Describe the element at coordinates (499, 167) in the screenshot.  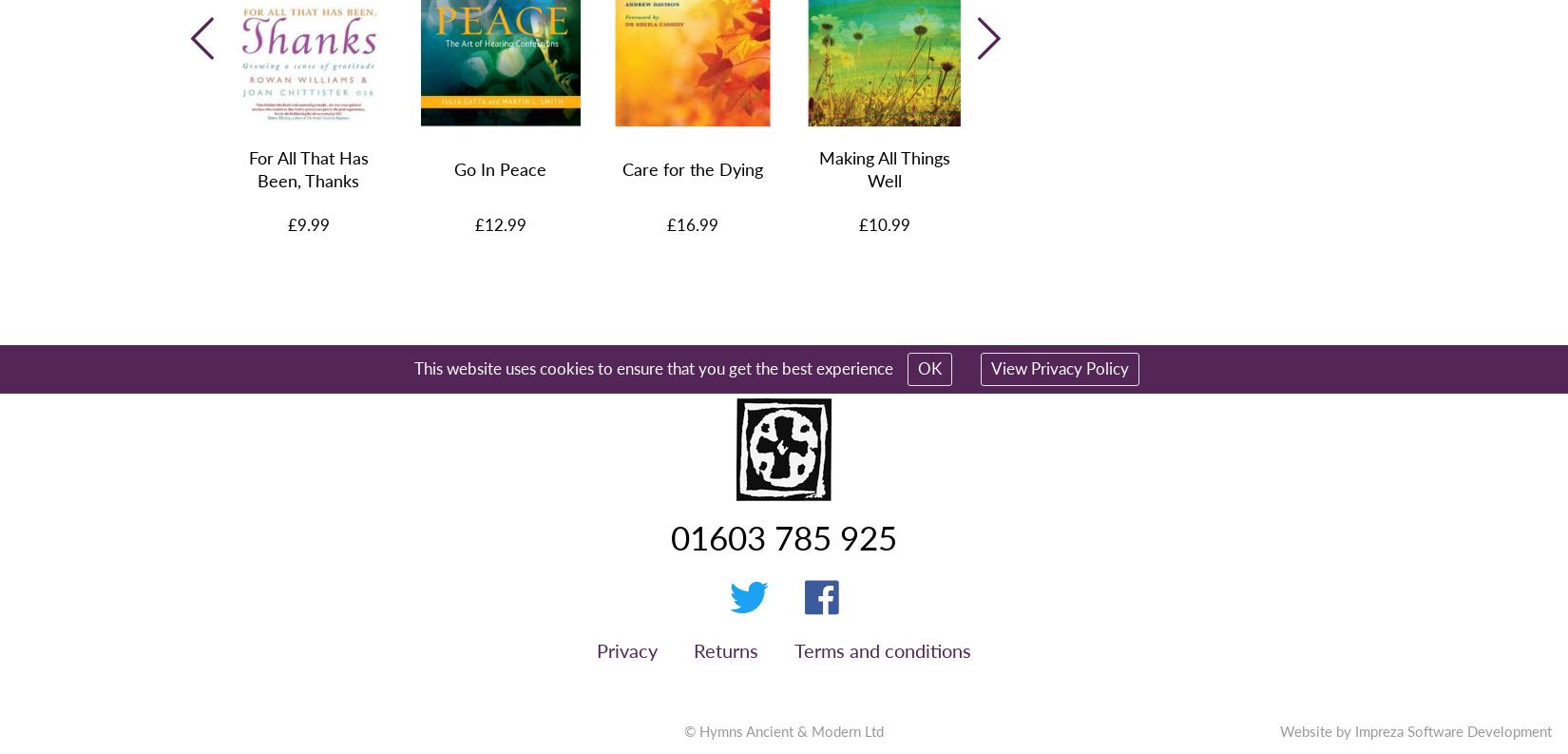
I see `'Go In Peace'` at that location.